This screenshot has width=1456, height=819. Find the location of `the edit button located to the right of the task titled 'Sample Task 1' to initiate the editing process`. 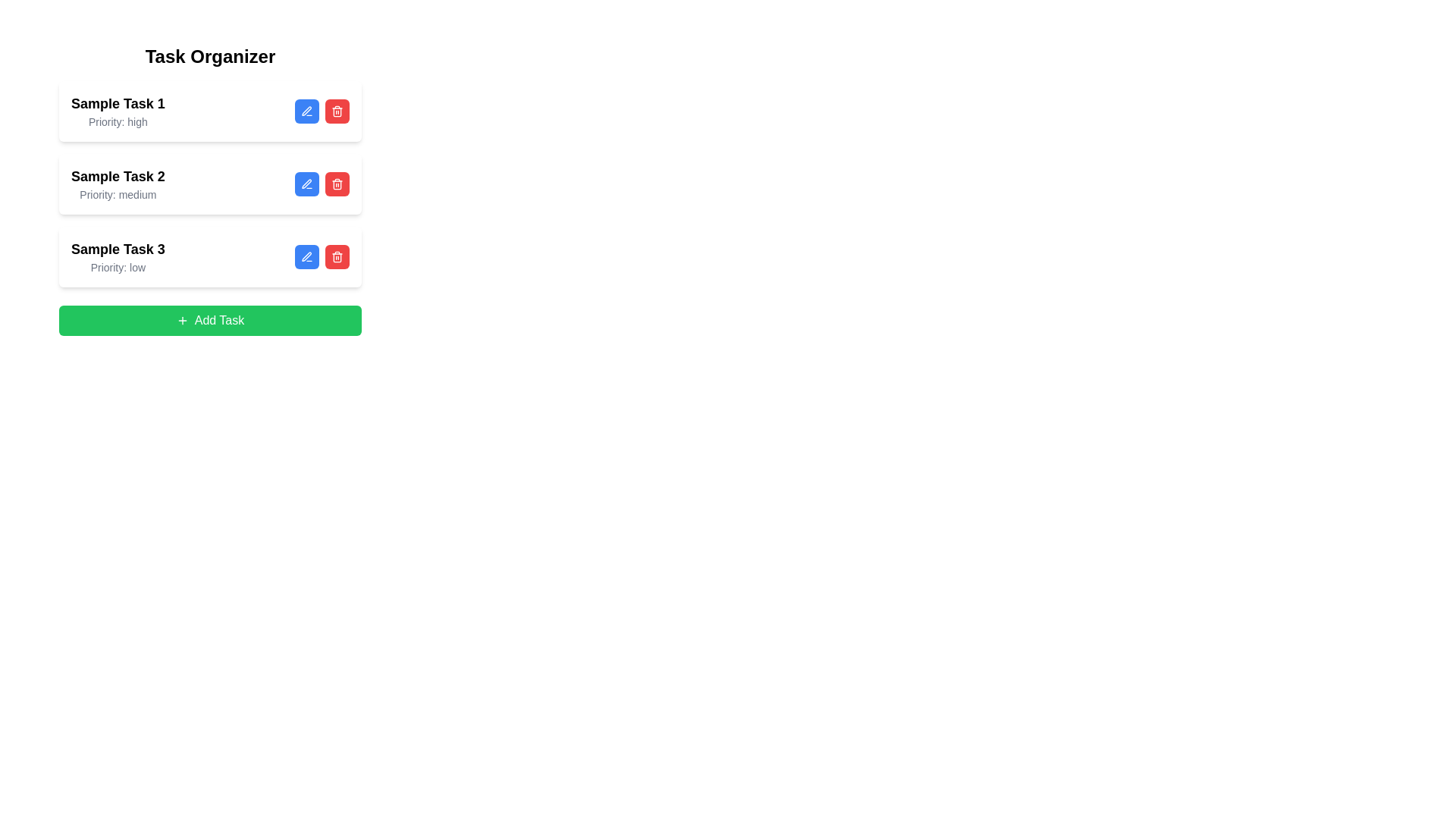

the edit button located to the right of the task titled 'Sample Task 1' to initiate the editing process is located at coordinates (306, 110).